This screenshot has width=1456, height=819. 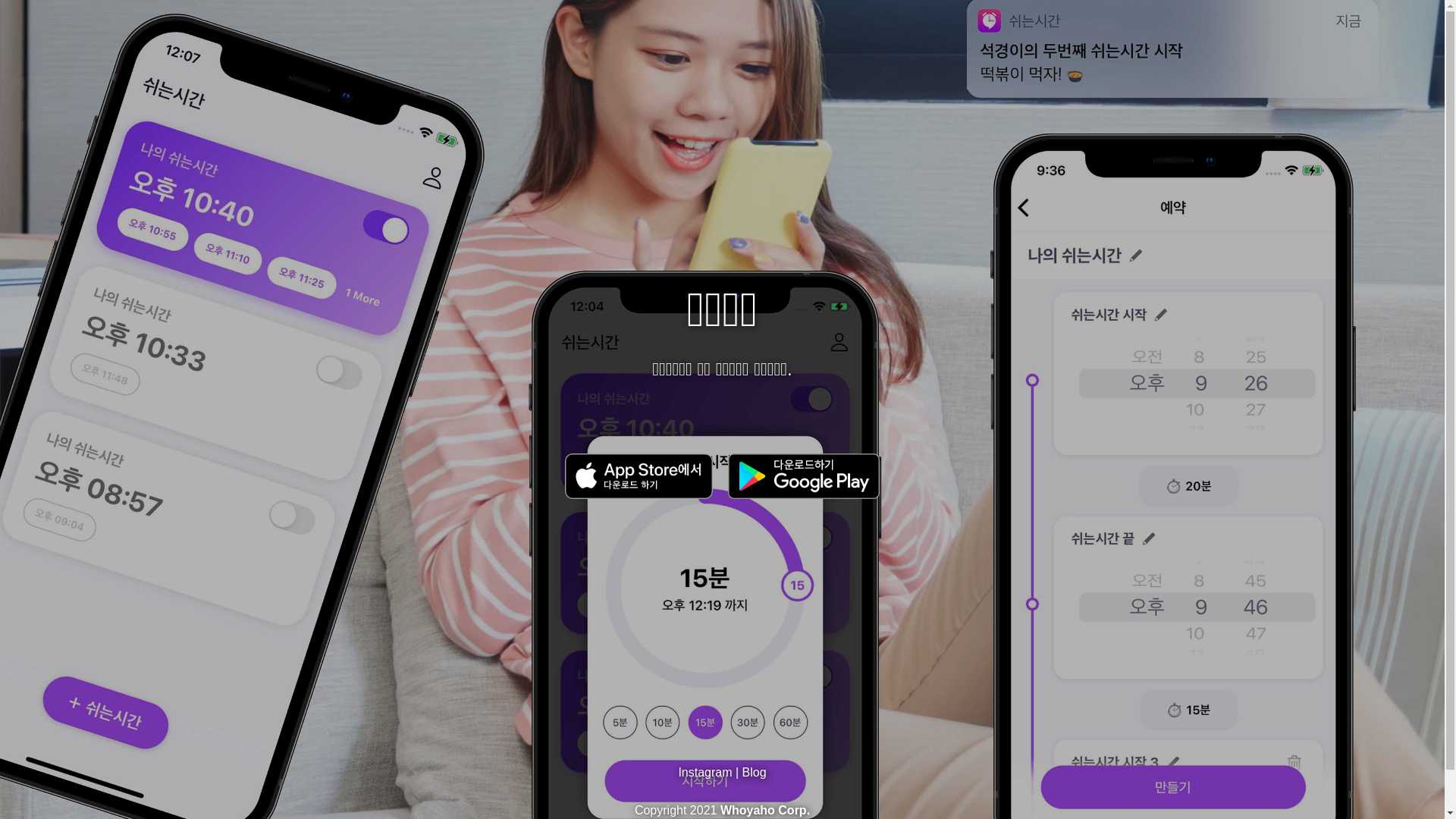 What do you see at coordinates (754, 772) in the screenshot?
I see `'Blog'` at bounding box center [754, 772].